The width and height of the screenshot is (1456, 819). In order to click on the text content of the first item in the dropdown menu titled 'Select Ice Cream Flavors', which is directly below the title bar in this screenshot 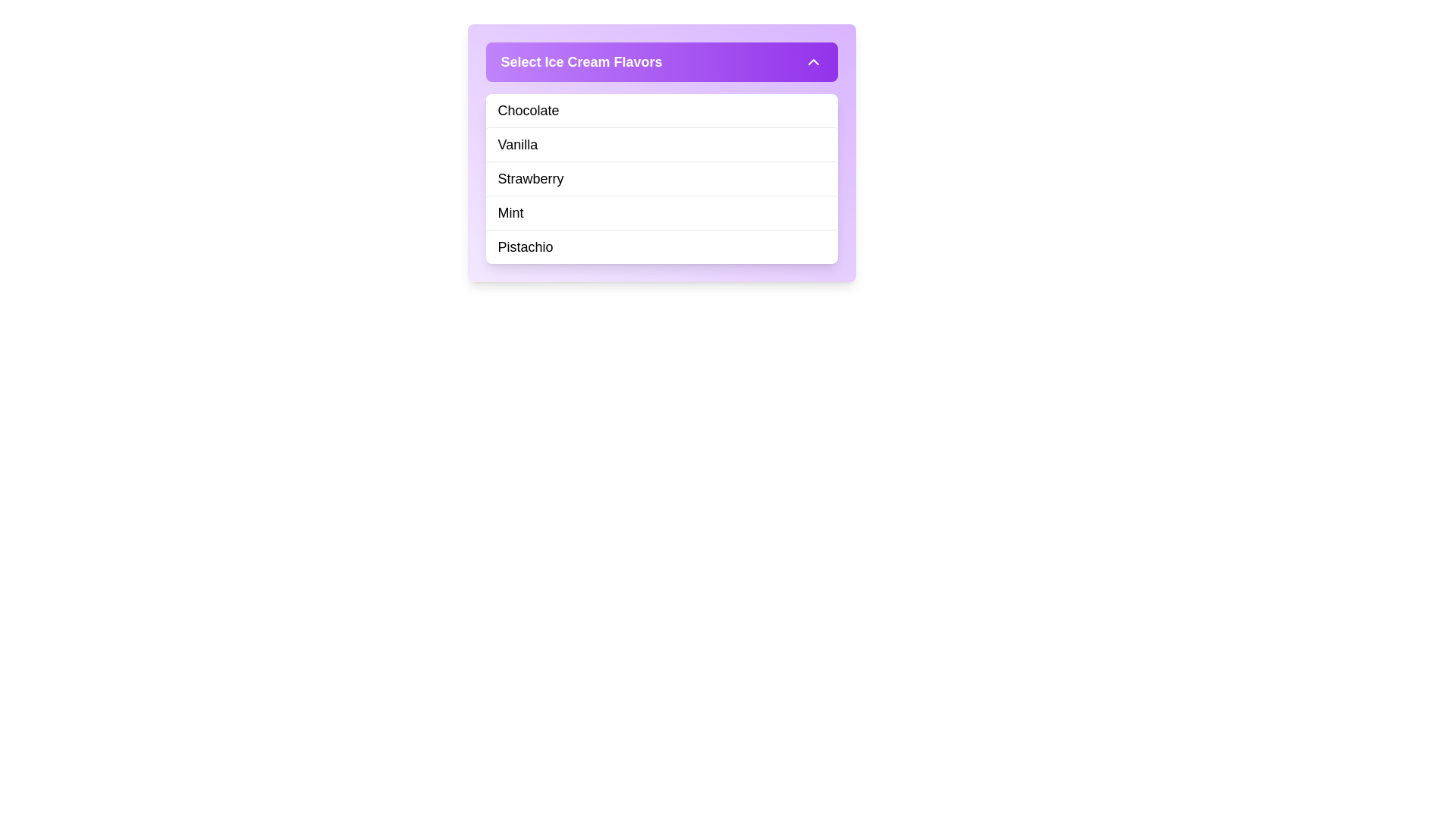, I will do `click(528, 110)`.